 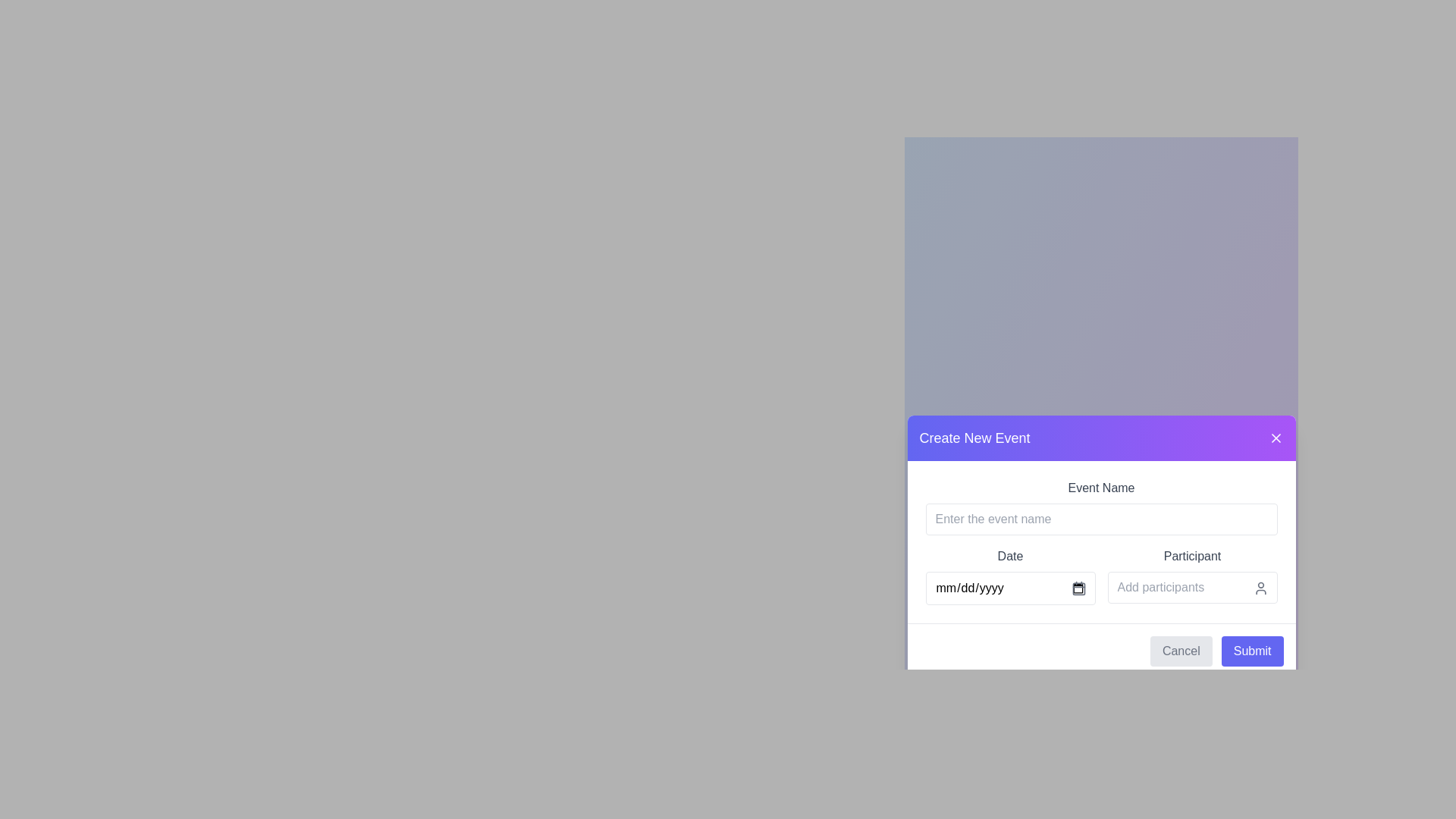 What do you see at coordinates (1275, 438) in the screenshot?
I see `the close button located in the header section of the modal, to the right of the text 'Create New Event'` at bounding box center [1275, 438].